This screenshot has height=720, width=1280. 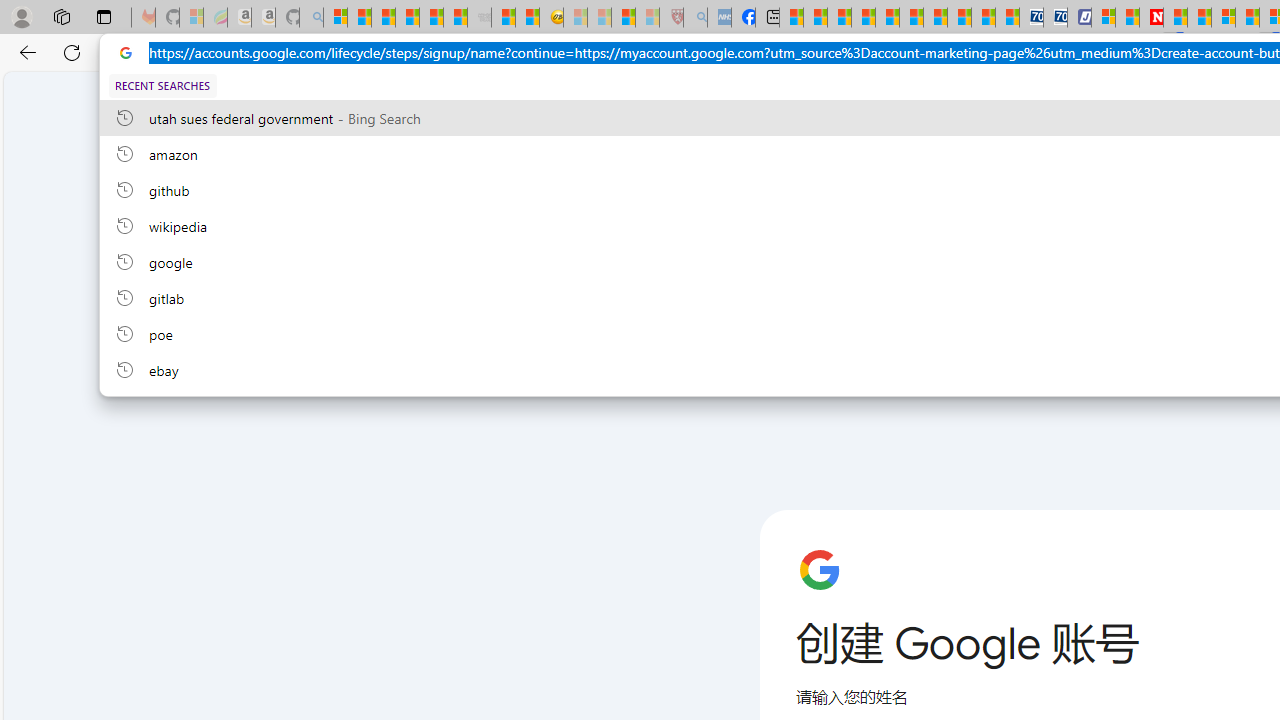 What do you see at coordinates (647, 17) in the screenshot?
I see `'12 Popular Science Lies that Must be Corrected - Sleeping'` at bounding box center [647, 17].